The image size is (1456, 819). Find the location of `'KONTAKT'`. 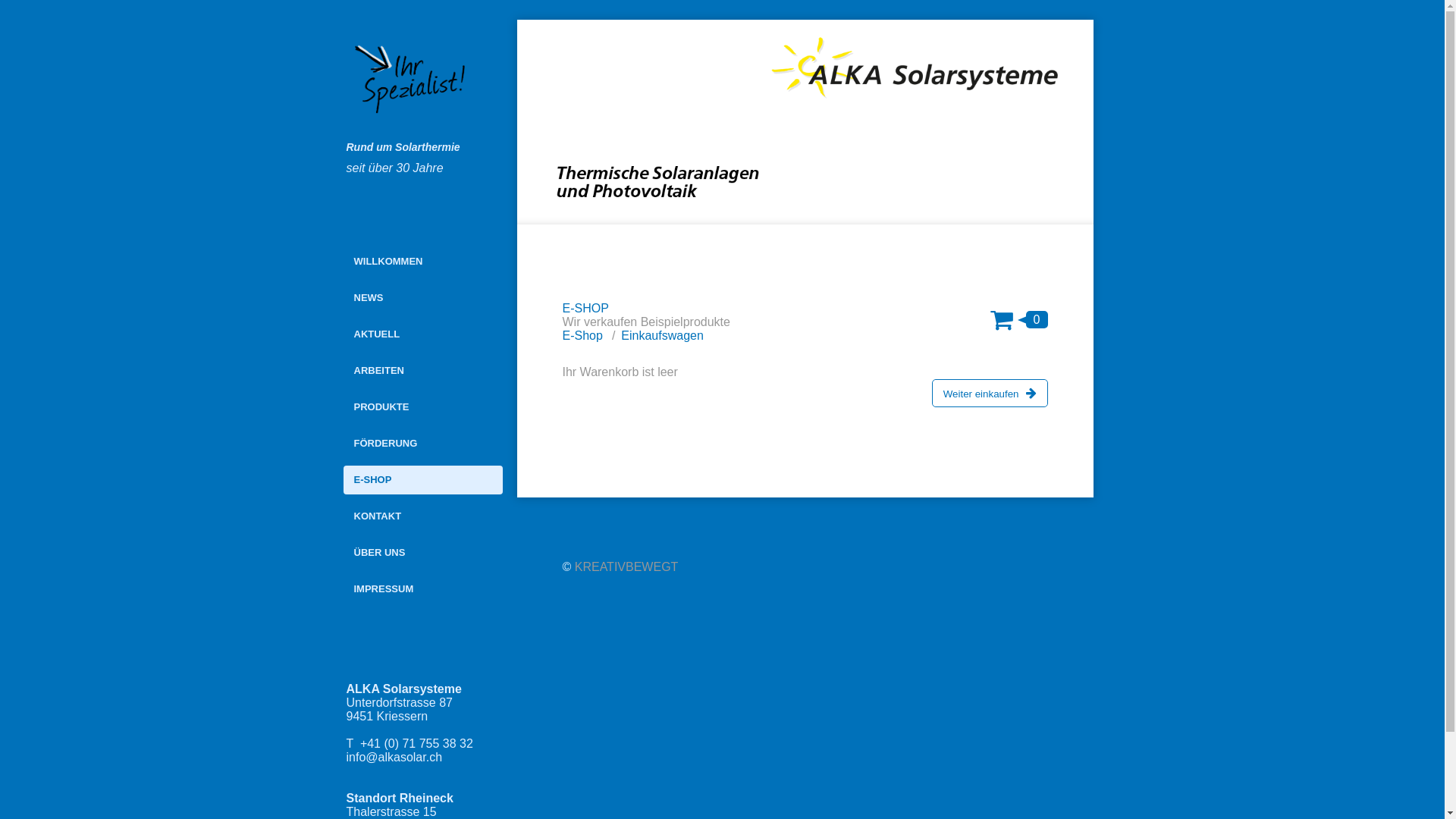

'KONTAKT' is located at coordinates (341, 516).